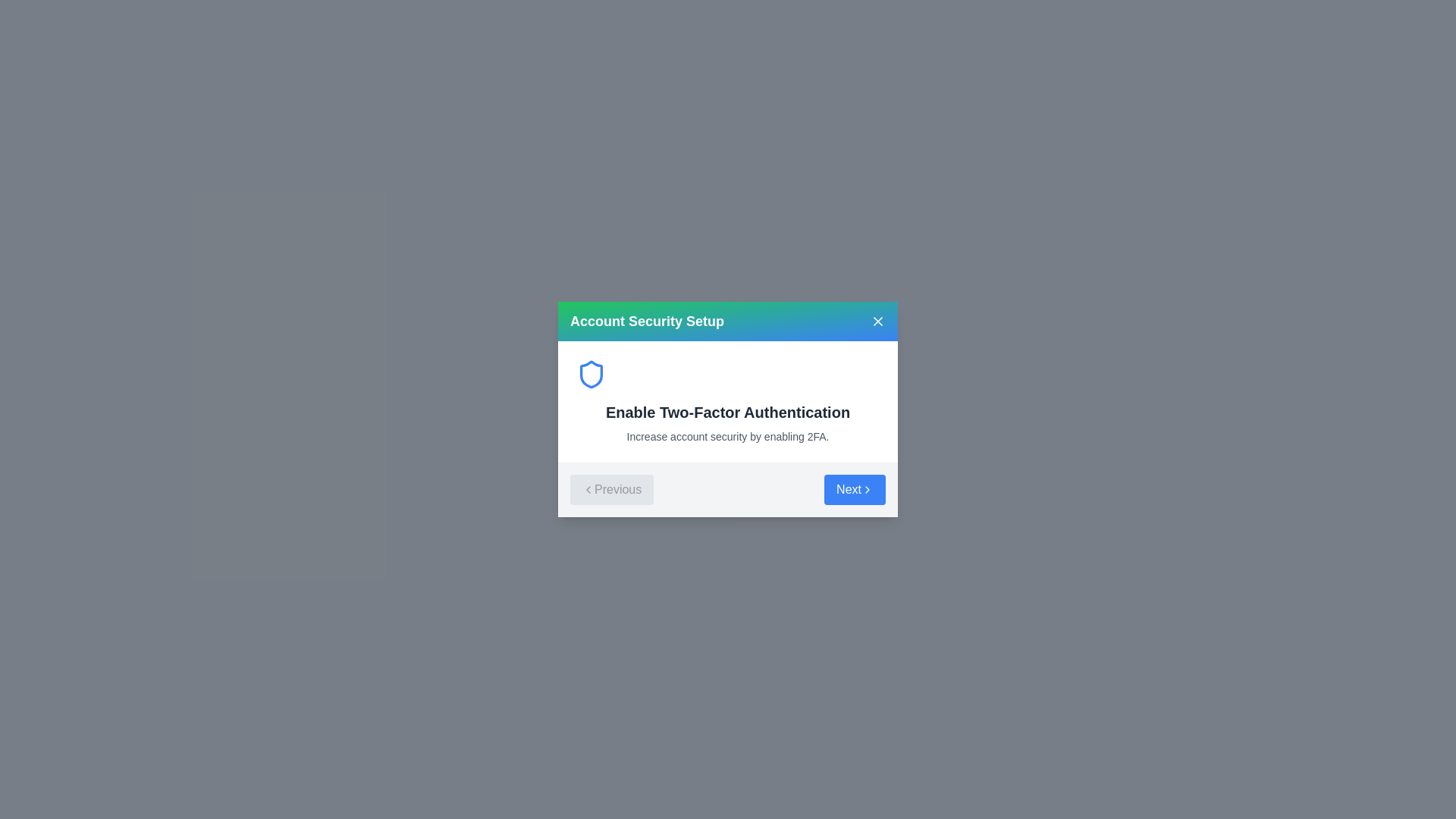 The image size is (1456, 819). What do you see at coordinates (612, 489) in the screenshot?
I see `the 'Previous' button, which is a gray button with a left-pointing chevron icon and the text 'Previous', located at the bottom-left corner of a modal dialog` at bounding box center [612, 489].